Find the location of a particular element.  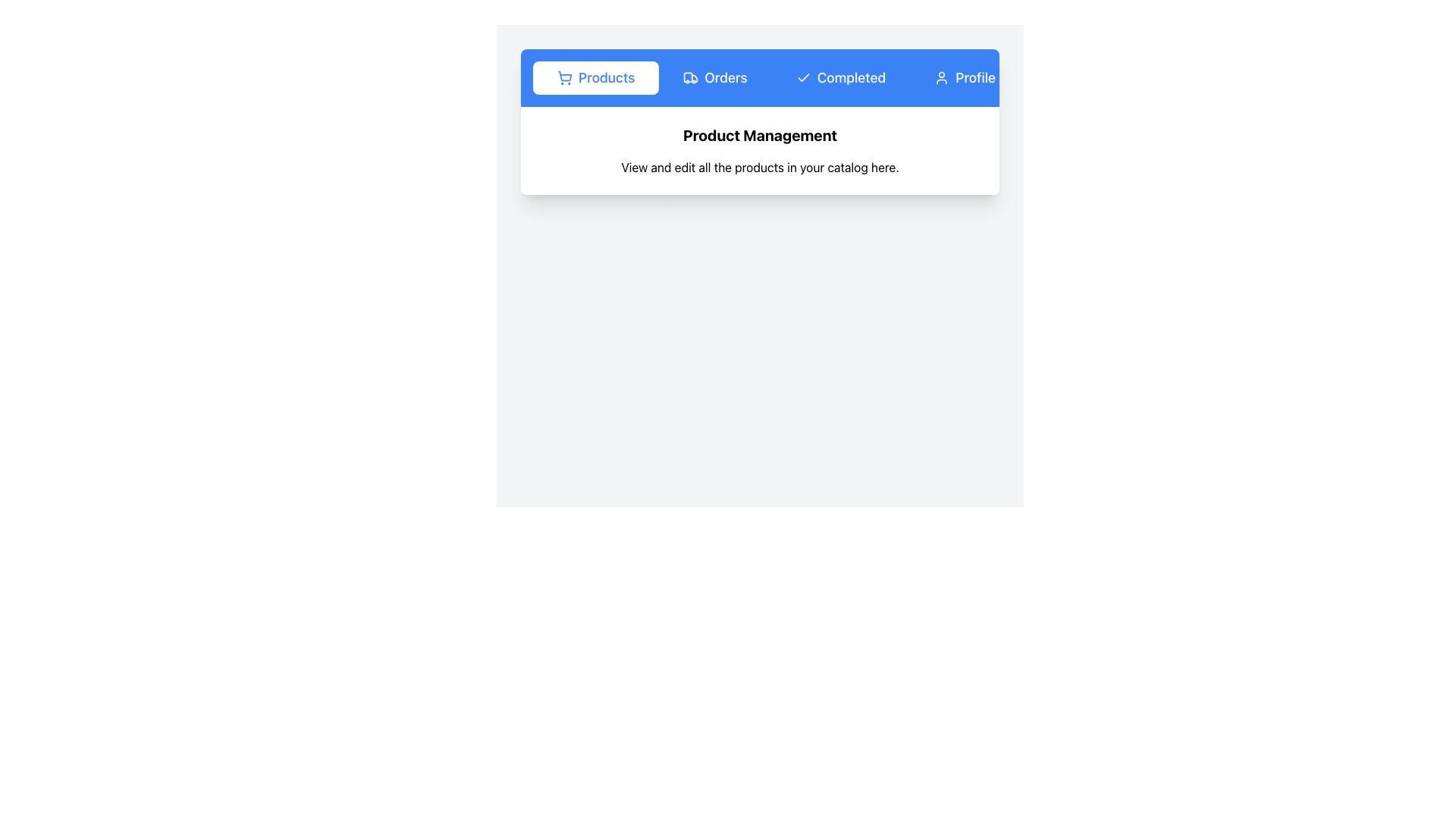

the blue 'Profile' button with a user icon, located at the far-right of the navigation bar is located at coordinates (964, 78).